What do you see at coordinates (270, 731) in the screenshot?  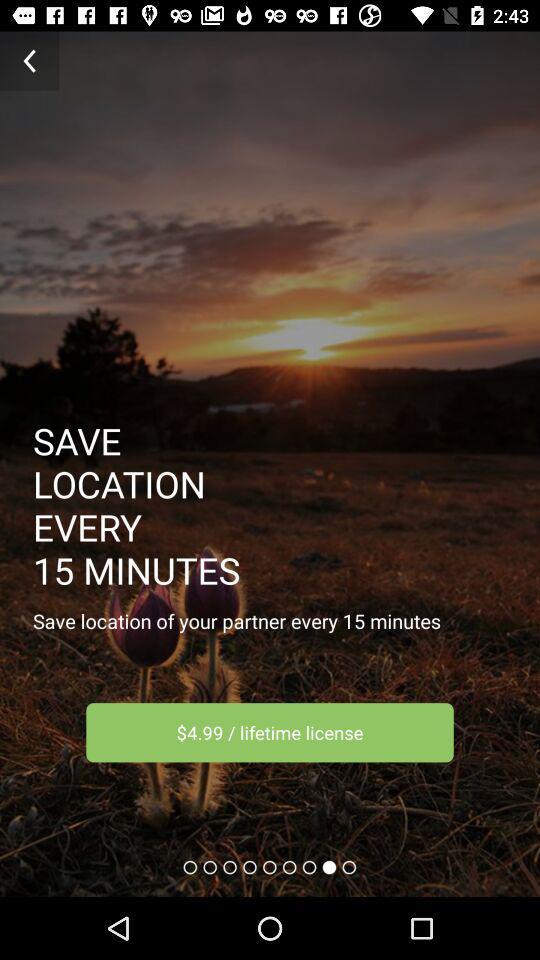 I see `icon below the save location of item` at bounding box center [270, 731].